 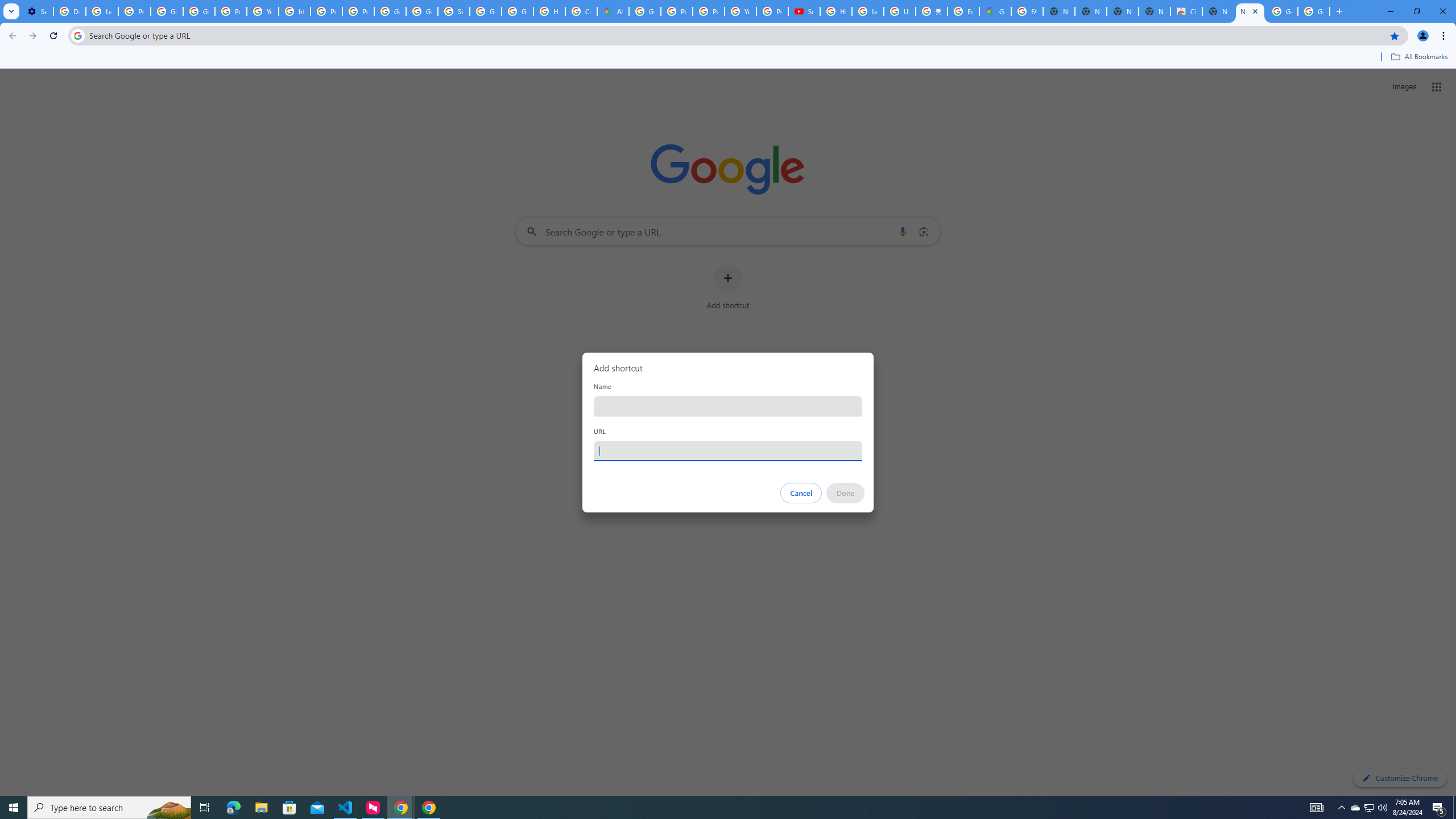 I want to click on 'Delete photos & videos - Computer - Google Photos Help', so click(x=69, y=11).